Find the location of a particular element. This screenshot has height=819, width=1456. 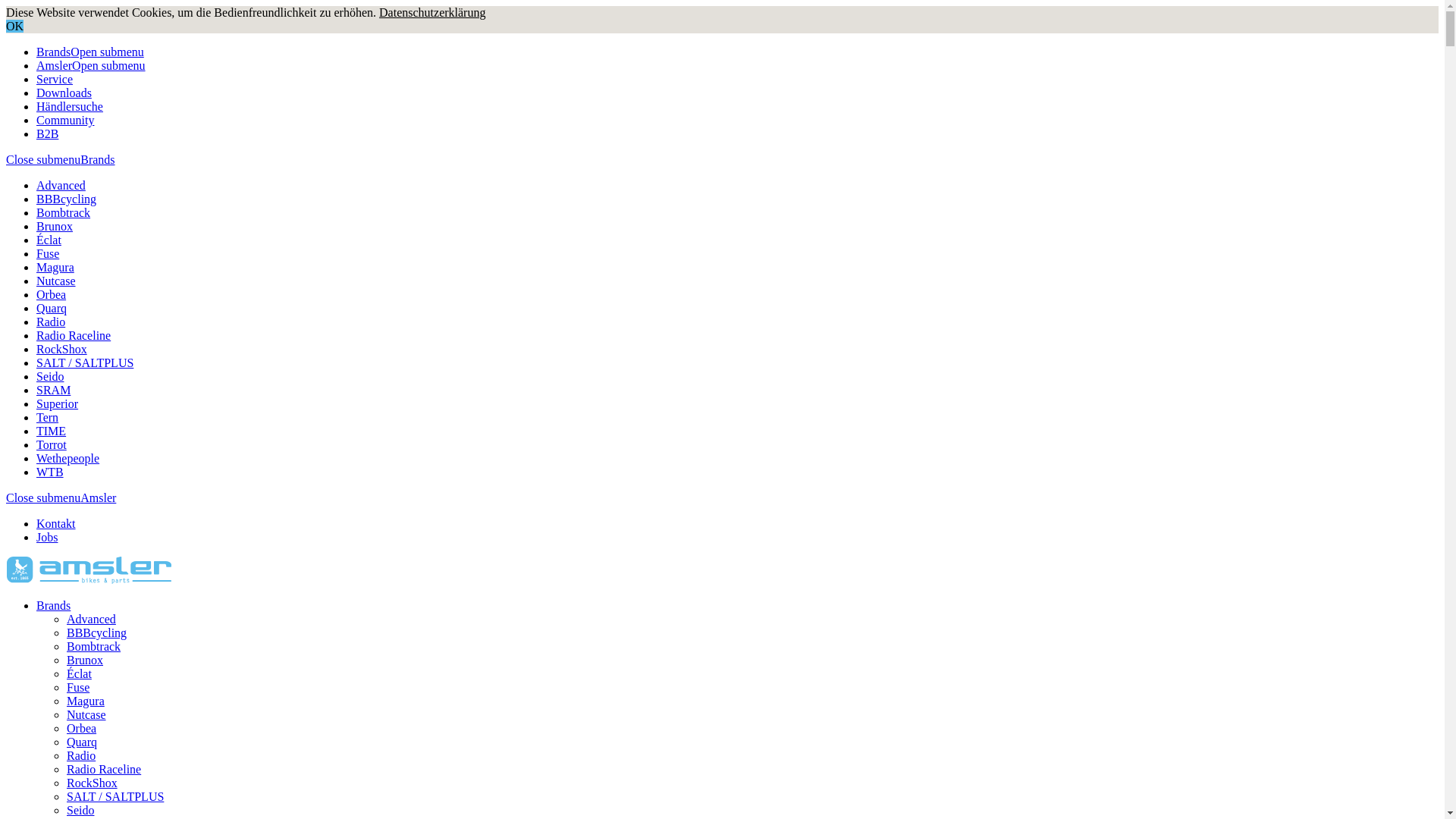

'Magura' is located at coordinates (36, 266).